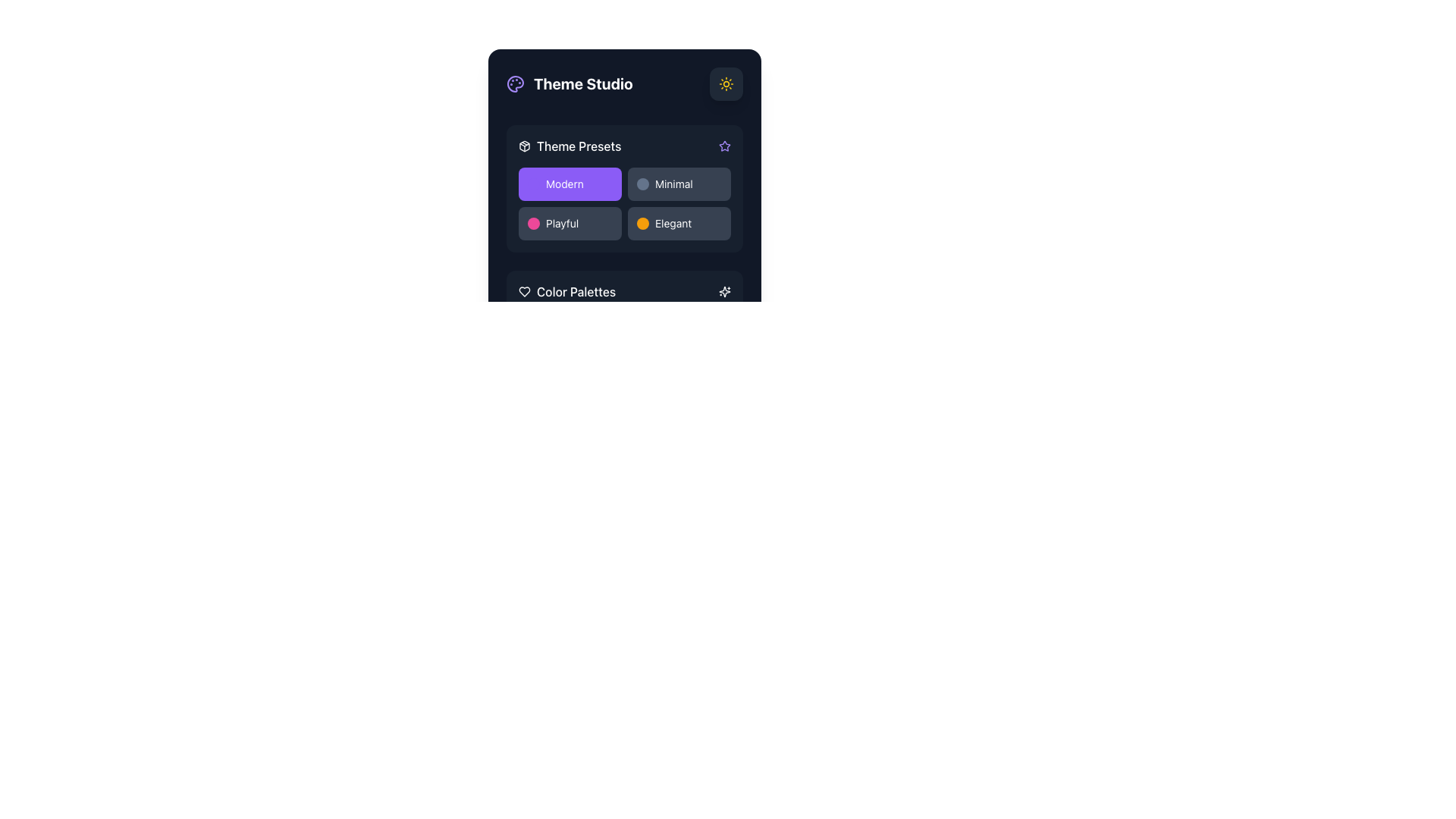  What do you see at coordinates (566, 292) in the screenshot?
I see `the text label for the color palette section, which is the first item in the vertical layout under the 'Theme Studio' heading` at bounding box center [566, 292].